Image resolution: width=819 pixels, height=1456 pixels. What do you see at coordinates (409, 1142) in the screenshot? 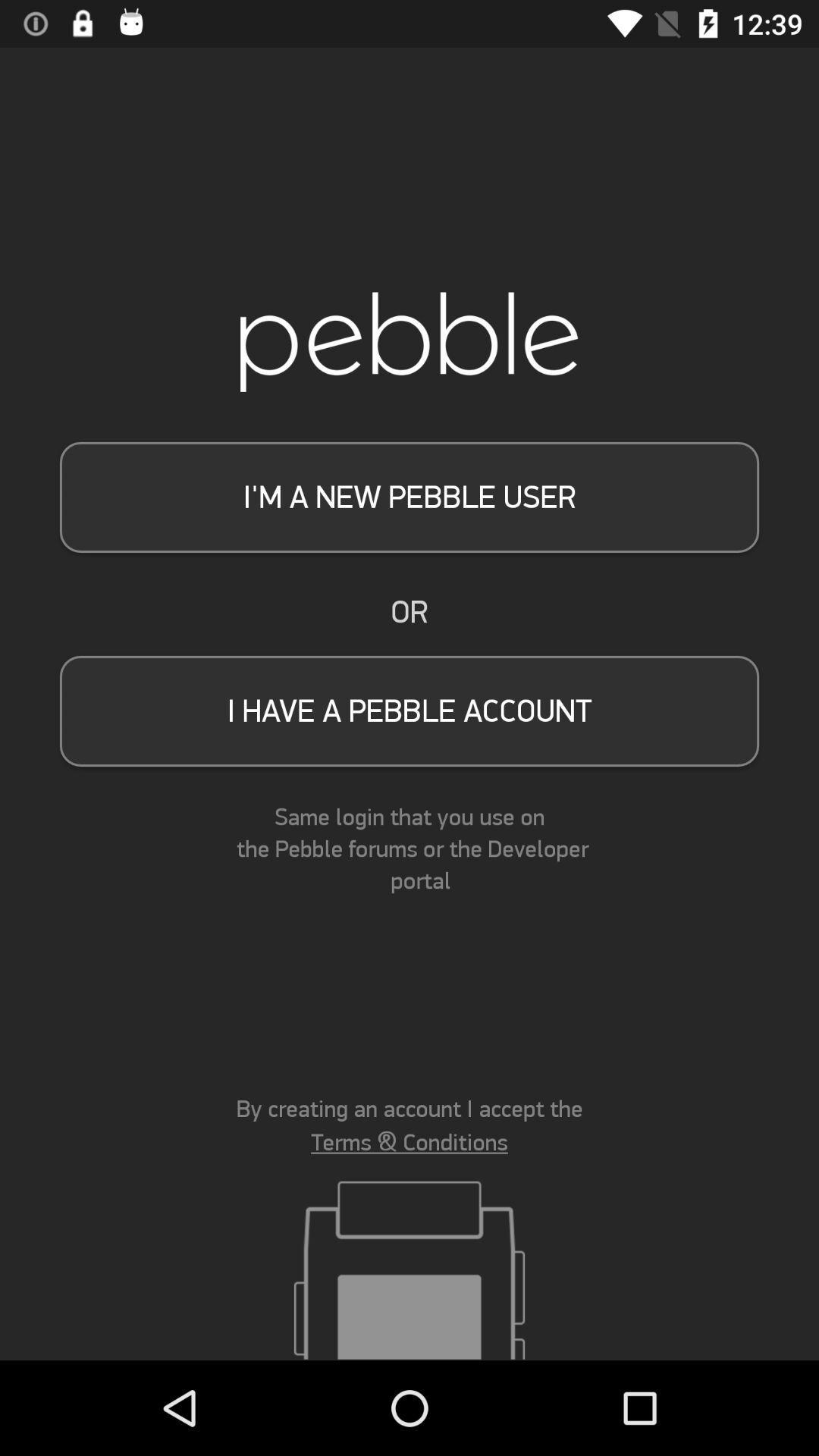
I see `the terms & conditions item` at bounding box center [409, 1142].